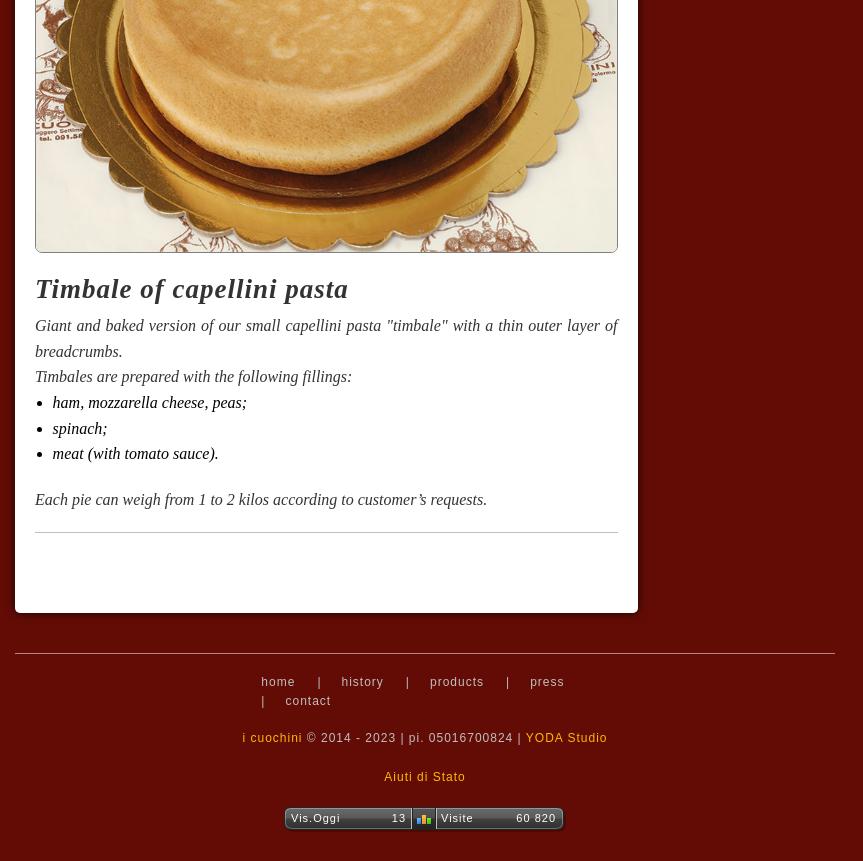 The image size is (863, 861). What do you see at coordinates (133, 452) in the screenshot?
I see `'meat (with tomato sauce).'` at bounding box center [133, 452].